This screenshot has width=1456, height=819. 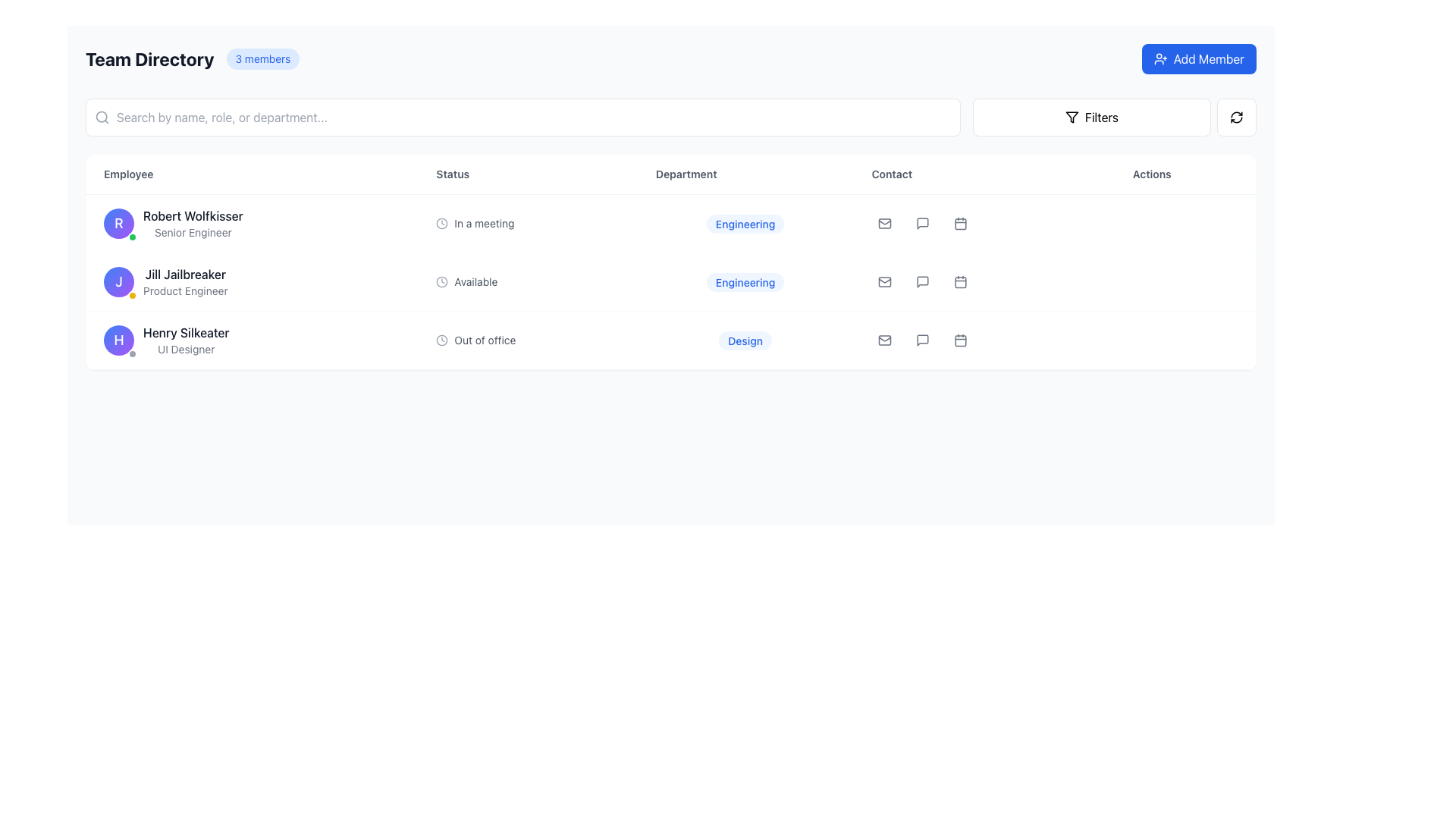 I want to click on the text element displaying the name 'Henry Silkeater' in the employee table by moving the cursor to its center point, so click(x=185, y=332).